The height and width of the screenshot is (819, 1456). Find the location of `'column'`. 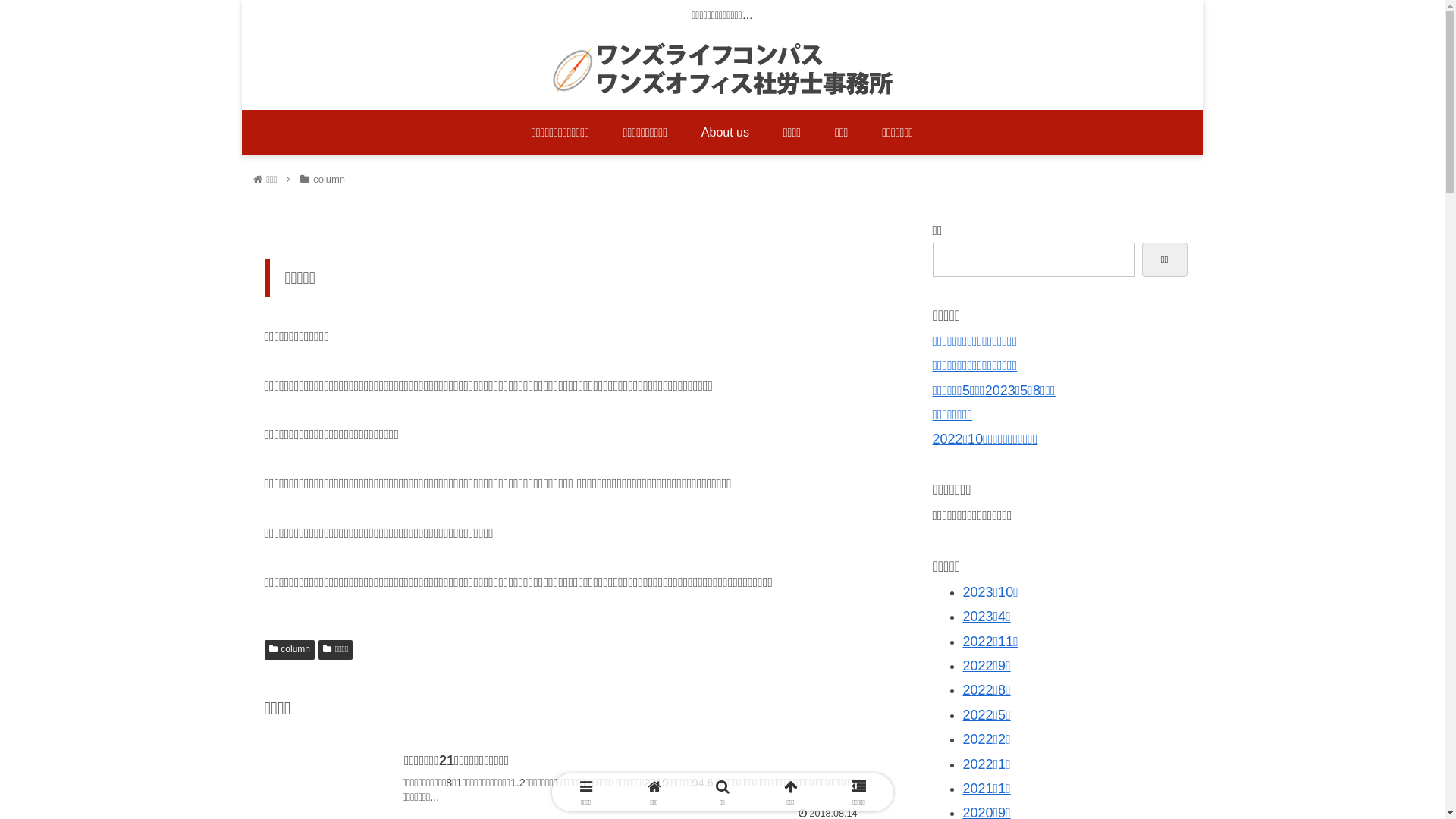

'column' is located at coordinates (288, 648).